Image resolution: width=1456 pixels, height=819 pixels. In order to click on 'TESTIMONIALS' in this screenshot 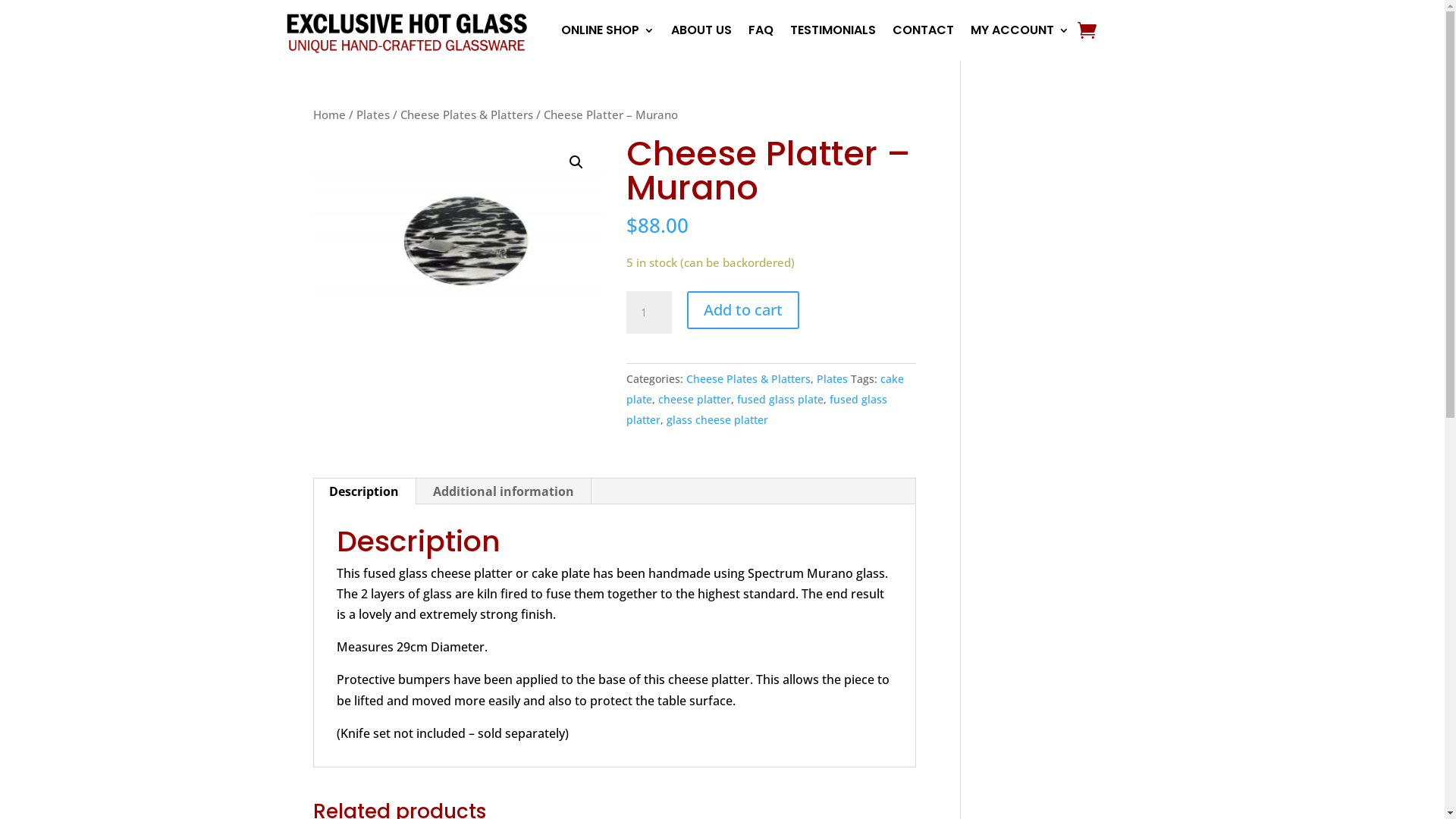, I will do `click(789, 30)`.